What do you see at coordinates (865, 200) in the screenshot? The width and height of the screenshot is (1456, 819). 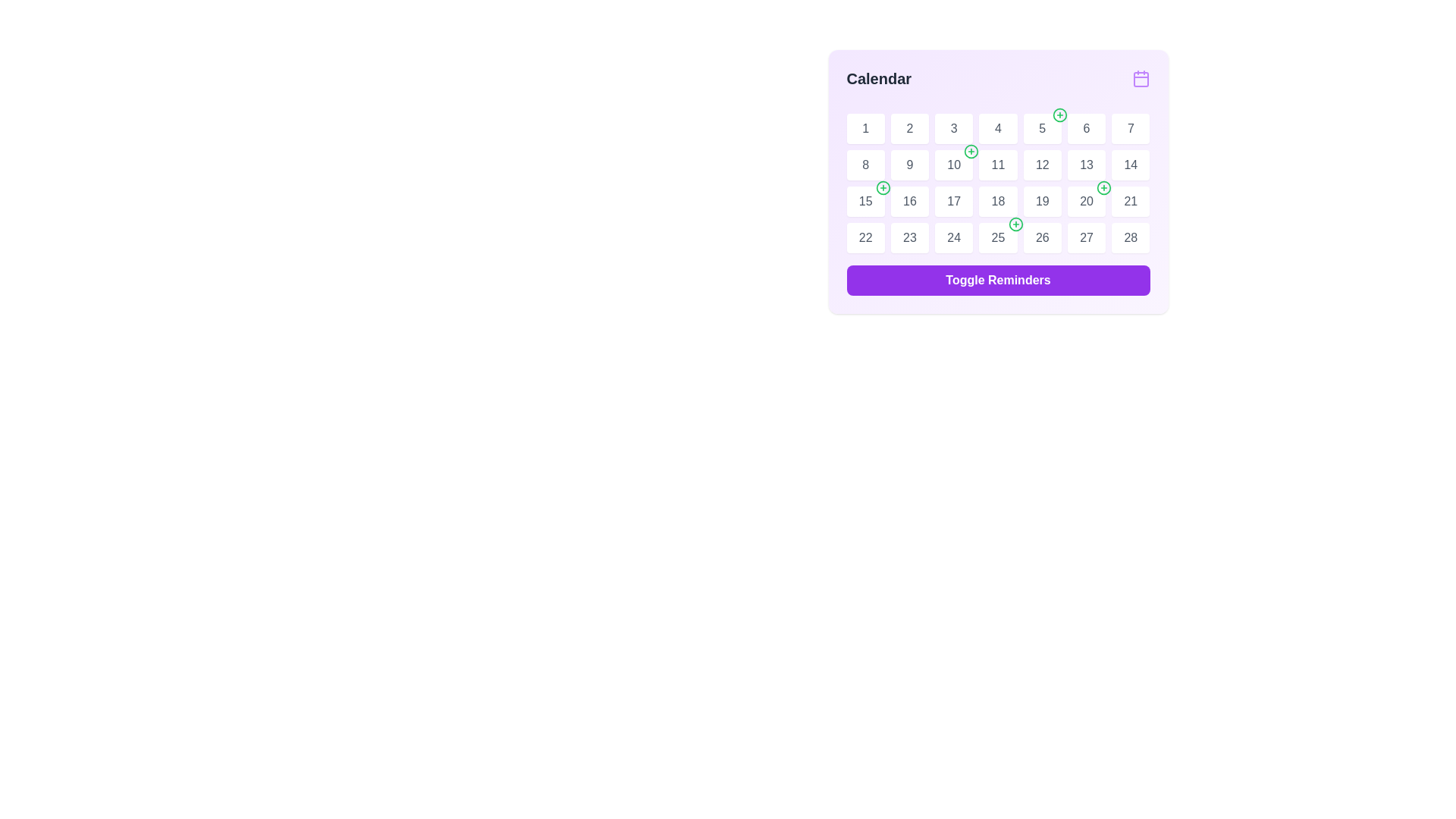 I see `the static text element representing the date '15' in the calendar grid, which is located in the cell for the 15th day of the month` at bounding box center [865, 200].